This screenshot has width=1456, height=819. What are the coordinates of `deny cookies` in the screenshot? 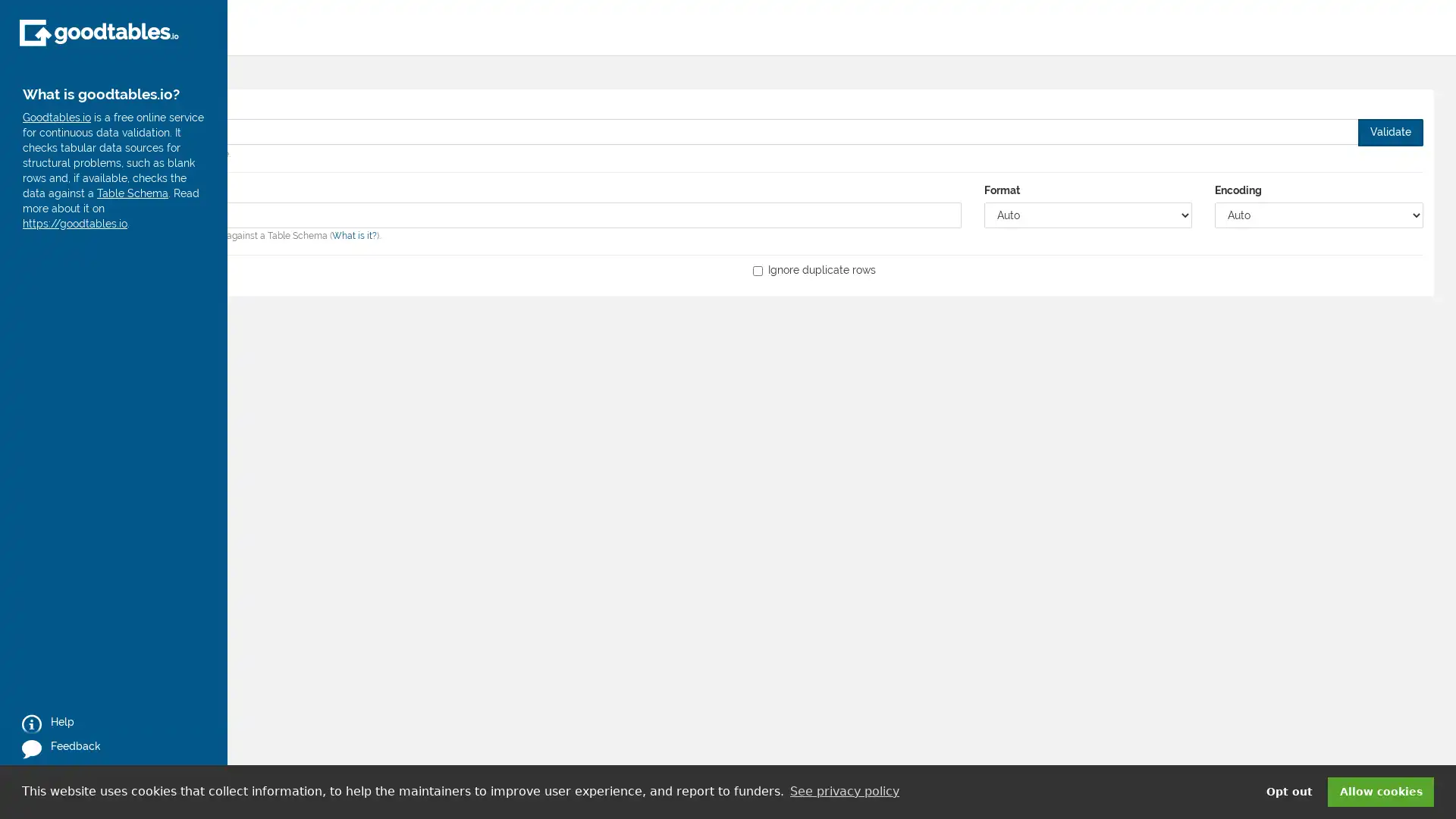 It's located at (1288, 791).